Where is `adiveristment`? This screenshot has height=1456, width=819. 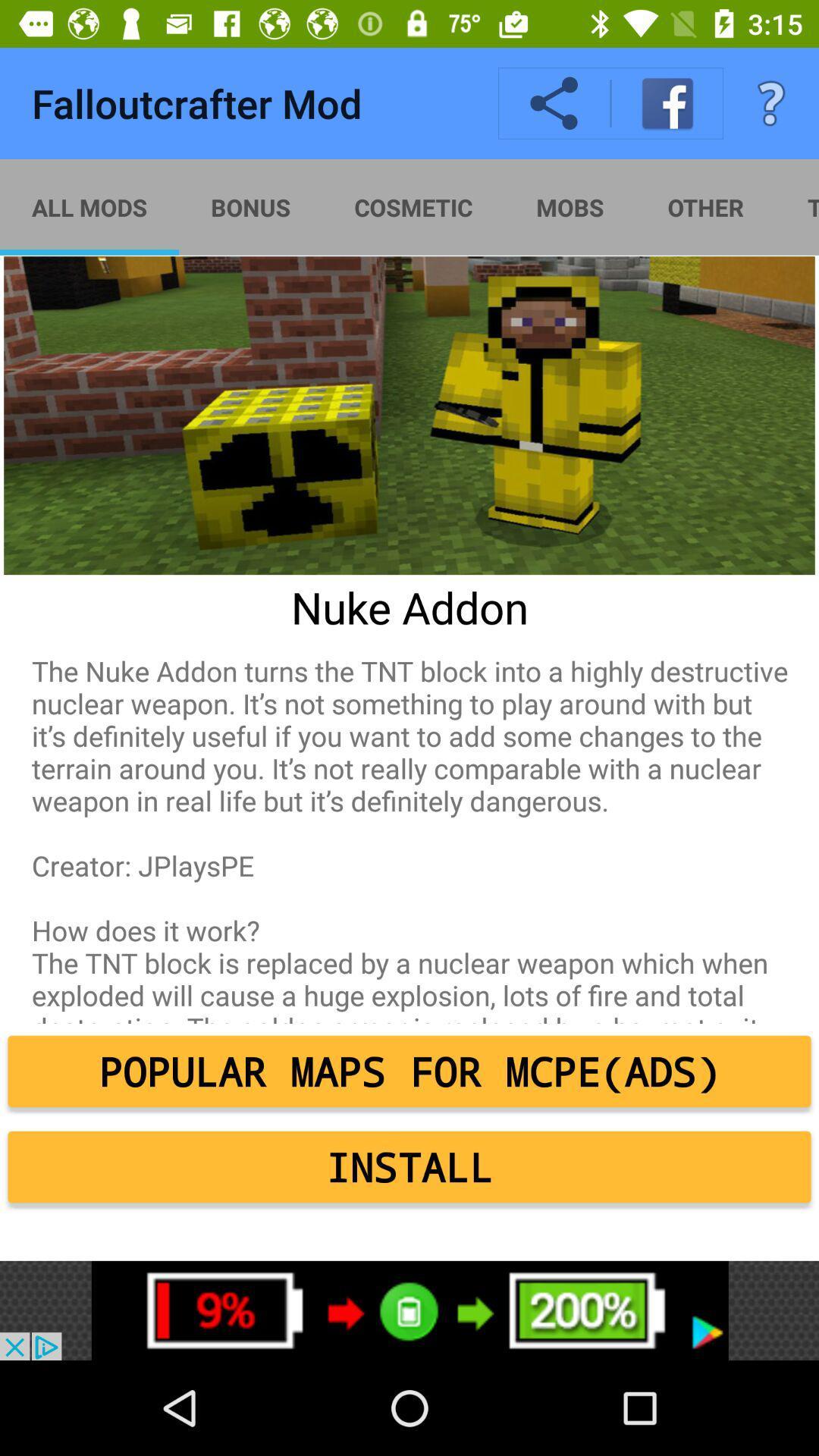
adiveristment is located at coordinates (409, 1310).